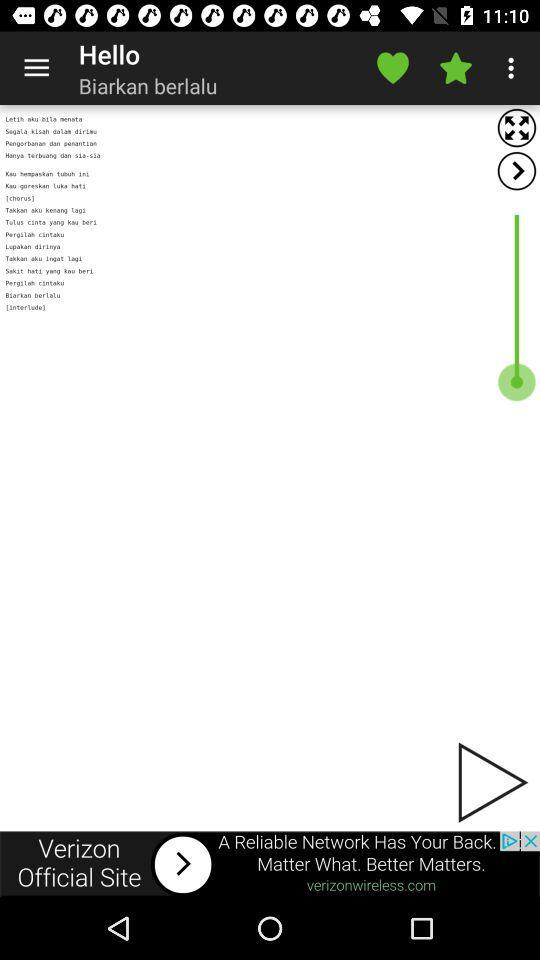 The image size is (540, 960). I want to click on advertise a website, so click(270, 863).